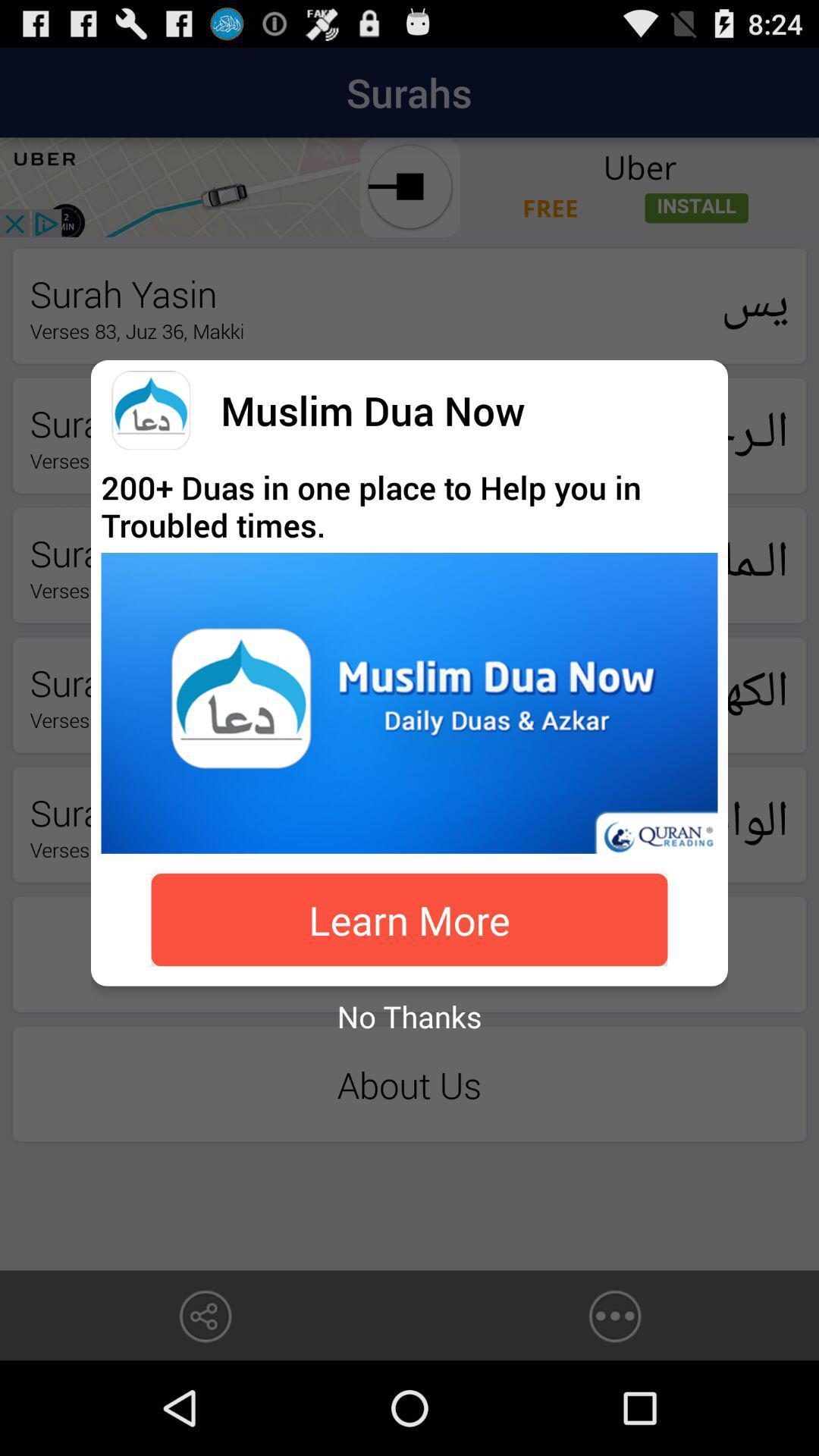 This screenshot has width=819, height=1456. Describe the element at coordinates (409, 919) in the screenshot. I see `learn more` at that location.